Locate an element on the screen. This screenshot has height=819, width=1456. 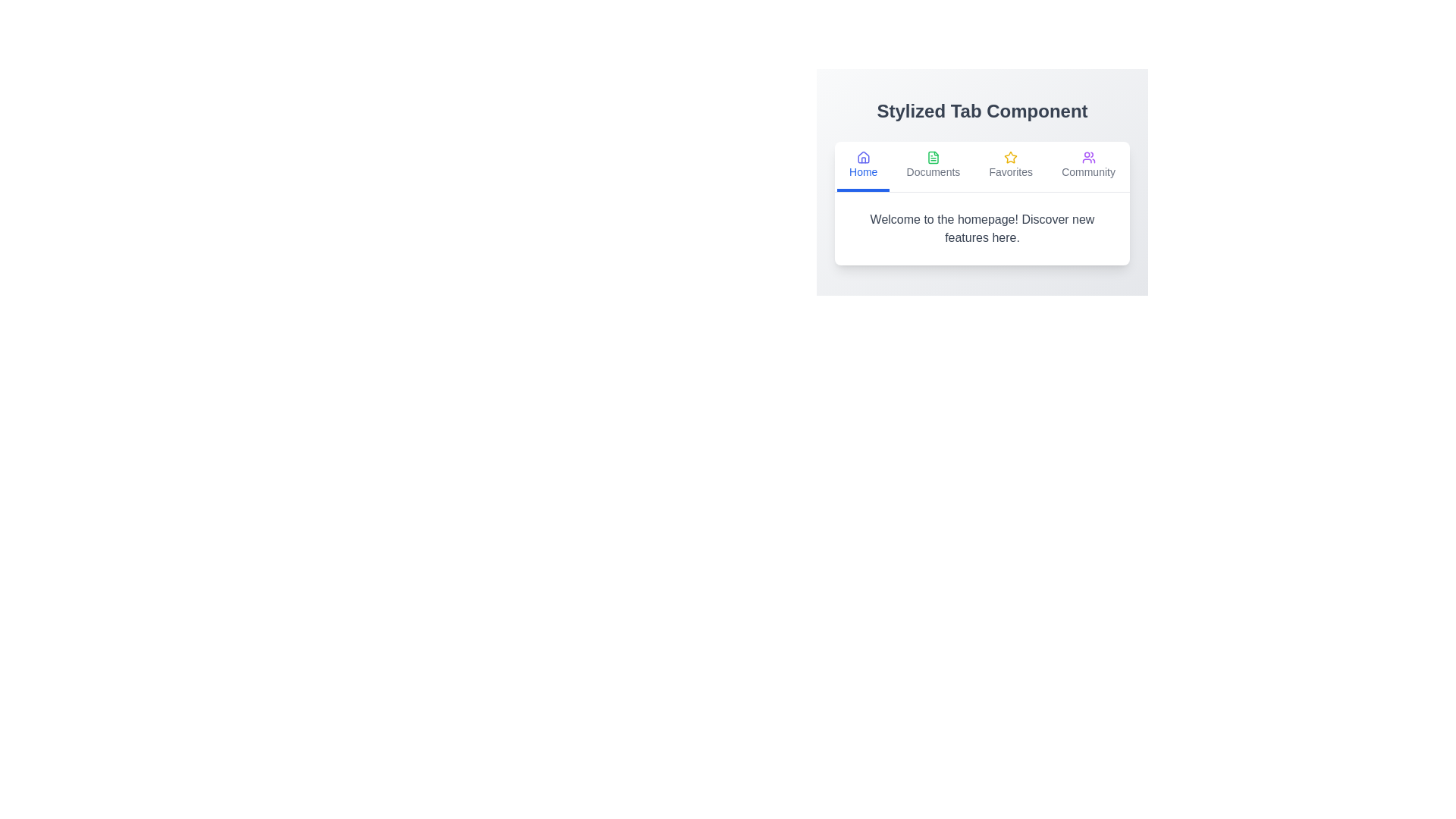
the 'Favorites' tab on the Navigation Tab Bar is located at coordinates (982, 167).